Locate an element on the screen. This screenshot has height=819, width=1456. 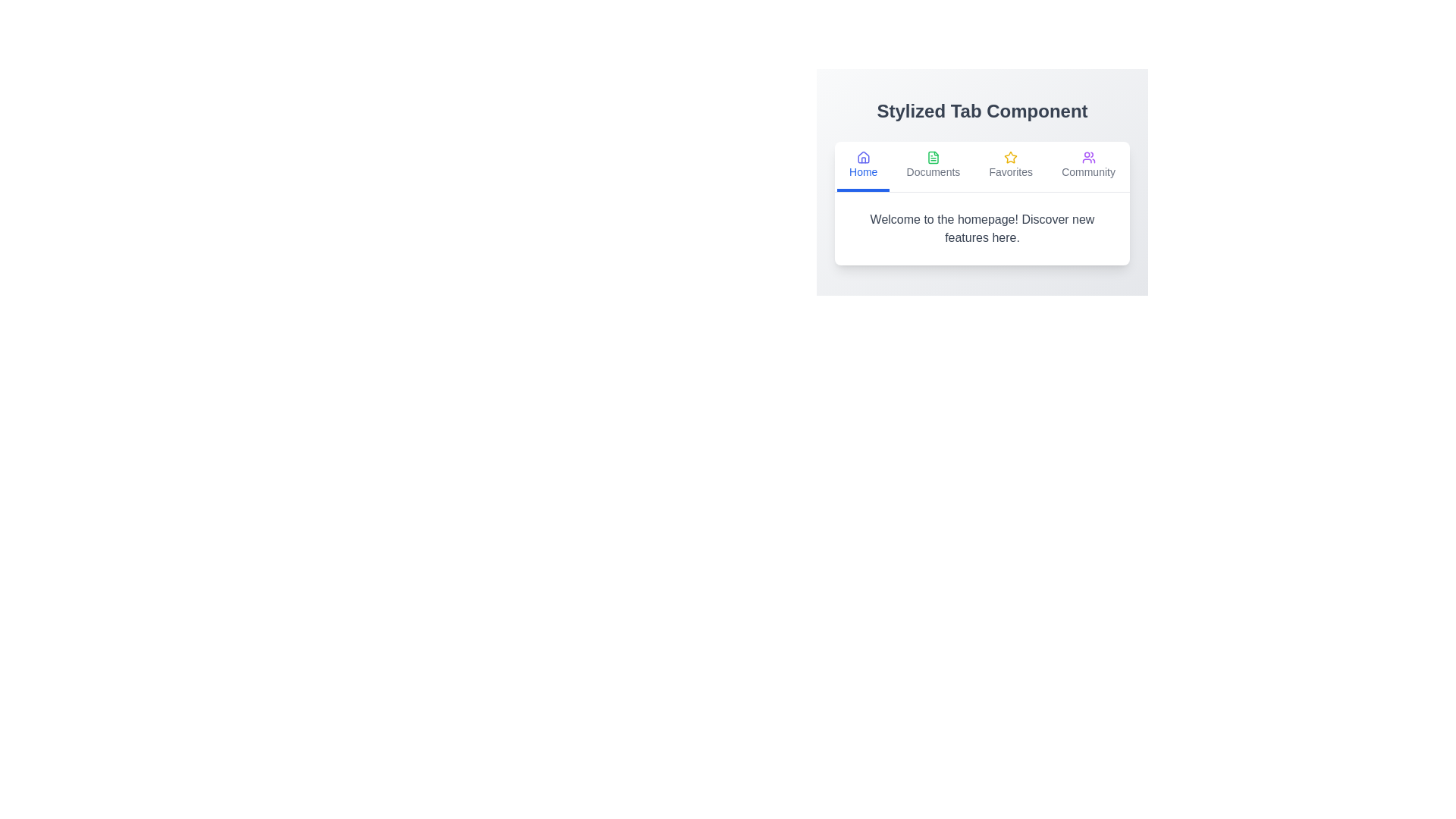
the 'Favorites' tab on the Navigation Tab Bar is located at coordinates (982, 167).